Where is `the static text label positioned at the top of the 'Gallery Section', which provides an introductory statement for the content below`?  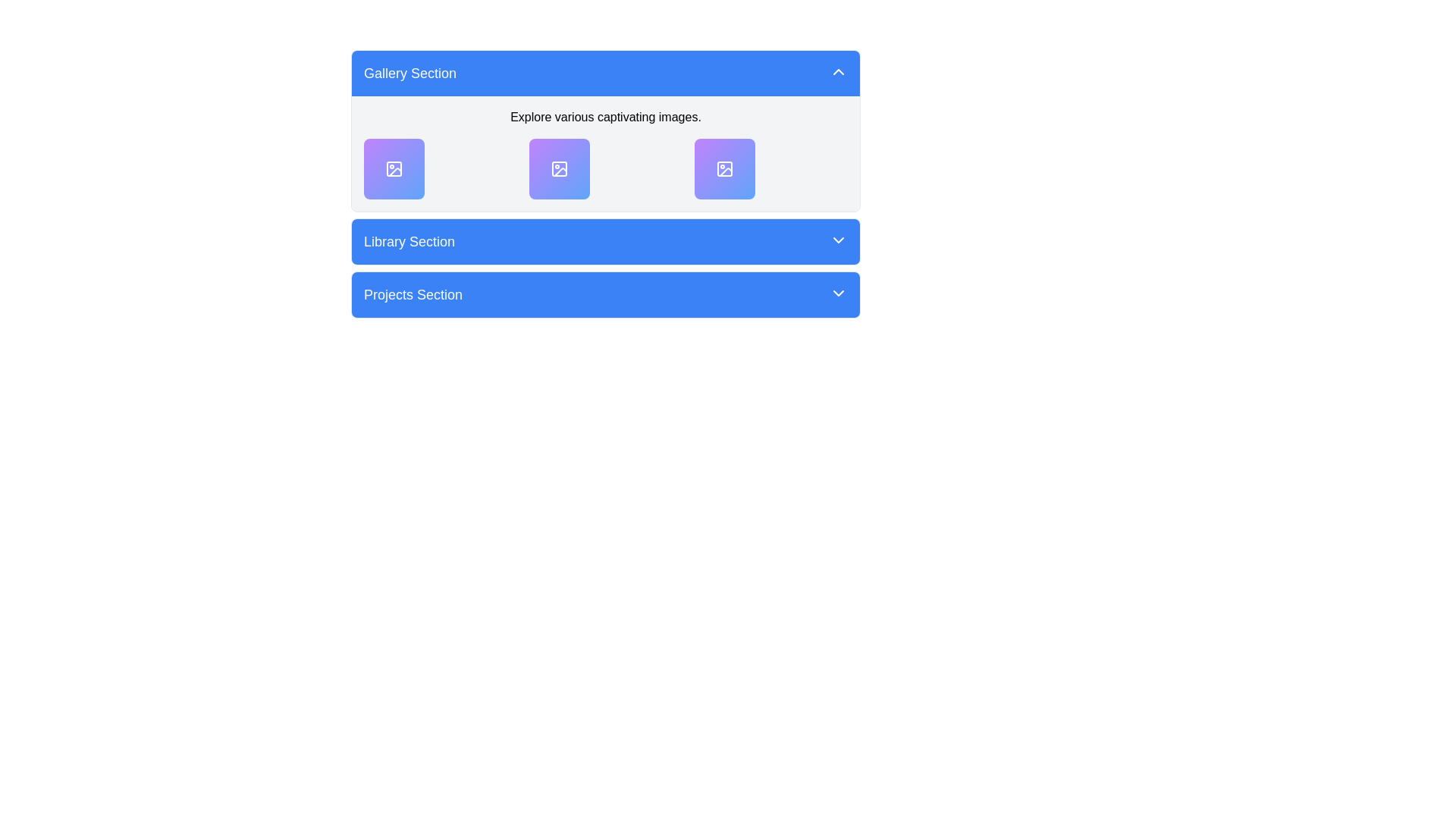 the static text label positioned at the top of the 'Gallery Section', which provides an introductory statement for the content below is located at coordinates (604, 116).